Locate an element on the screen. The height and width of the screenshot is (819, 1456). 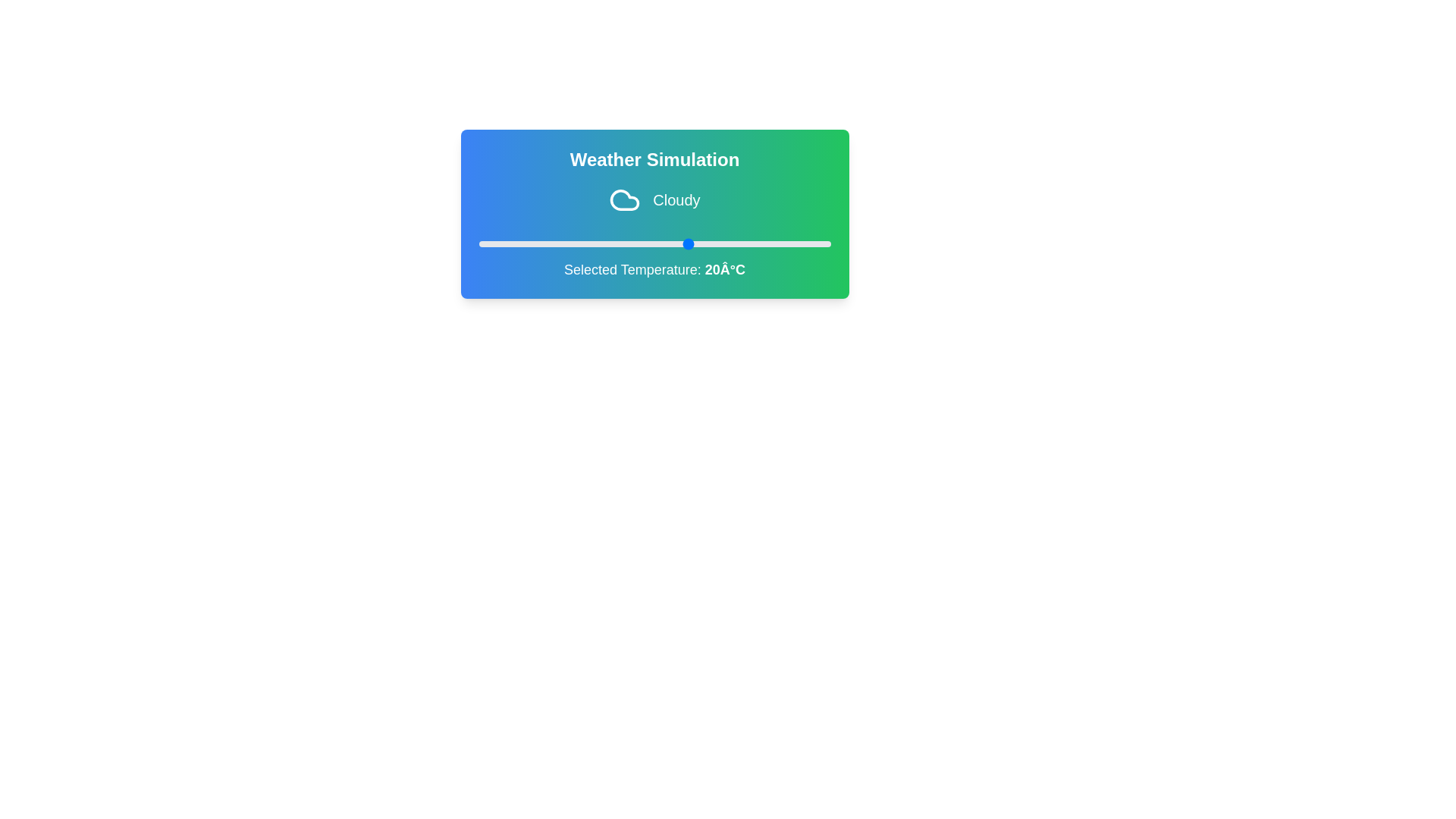
the temperature is located at coordinates (774, 243).